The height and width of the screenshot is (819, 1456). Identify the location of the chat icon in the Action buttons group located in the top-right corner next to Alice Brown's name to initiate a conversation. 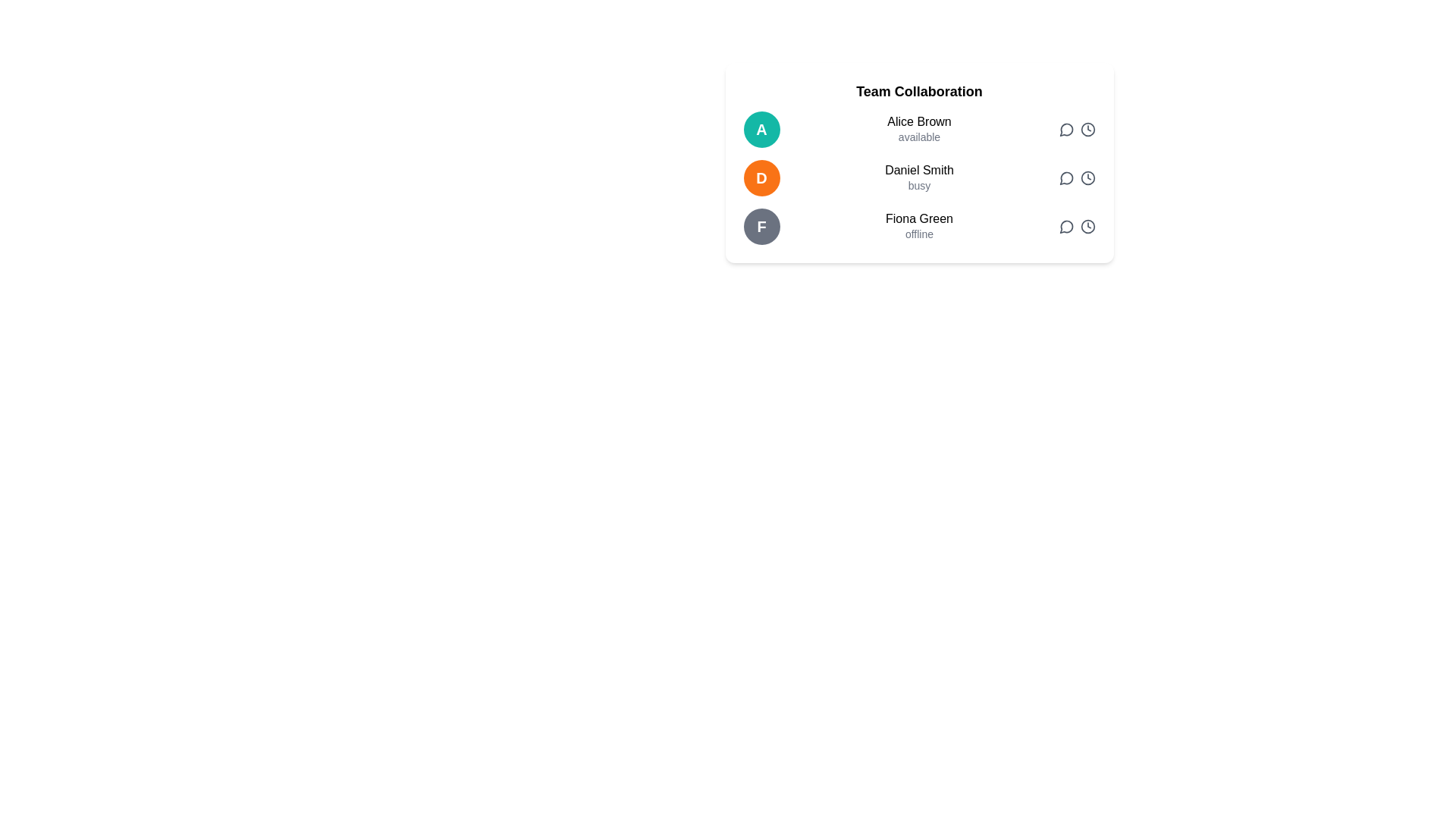
(1076, 128).